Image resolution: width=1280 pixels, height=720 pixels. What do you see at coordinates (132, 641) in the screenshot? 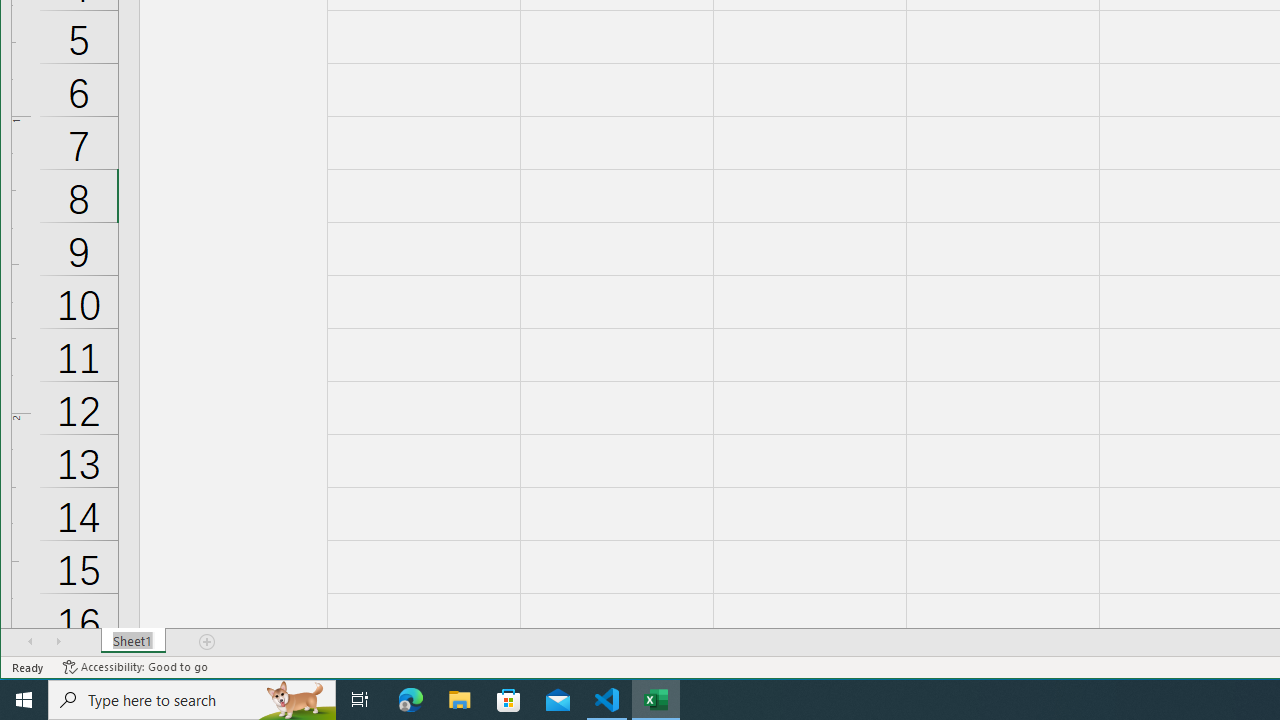
I see `'Sheet Tab'` at bounding box center [132, 641].